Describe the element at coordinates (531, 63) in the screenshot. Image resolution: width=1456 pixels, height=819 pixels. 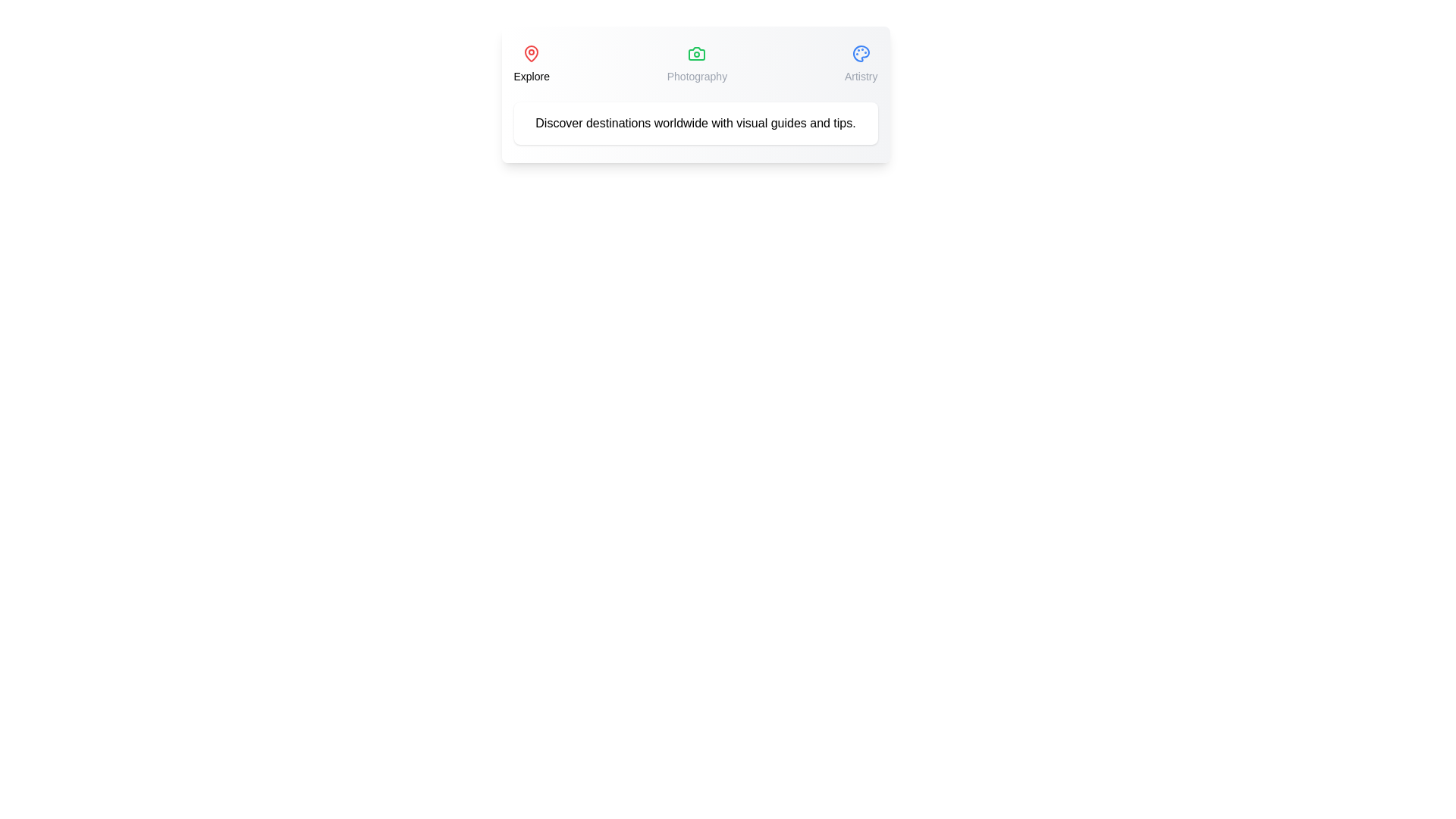
I see `the tab labeled Explore to view its content` at that location.